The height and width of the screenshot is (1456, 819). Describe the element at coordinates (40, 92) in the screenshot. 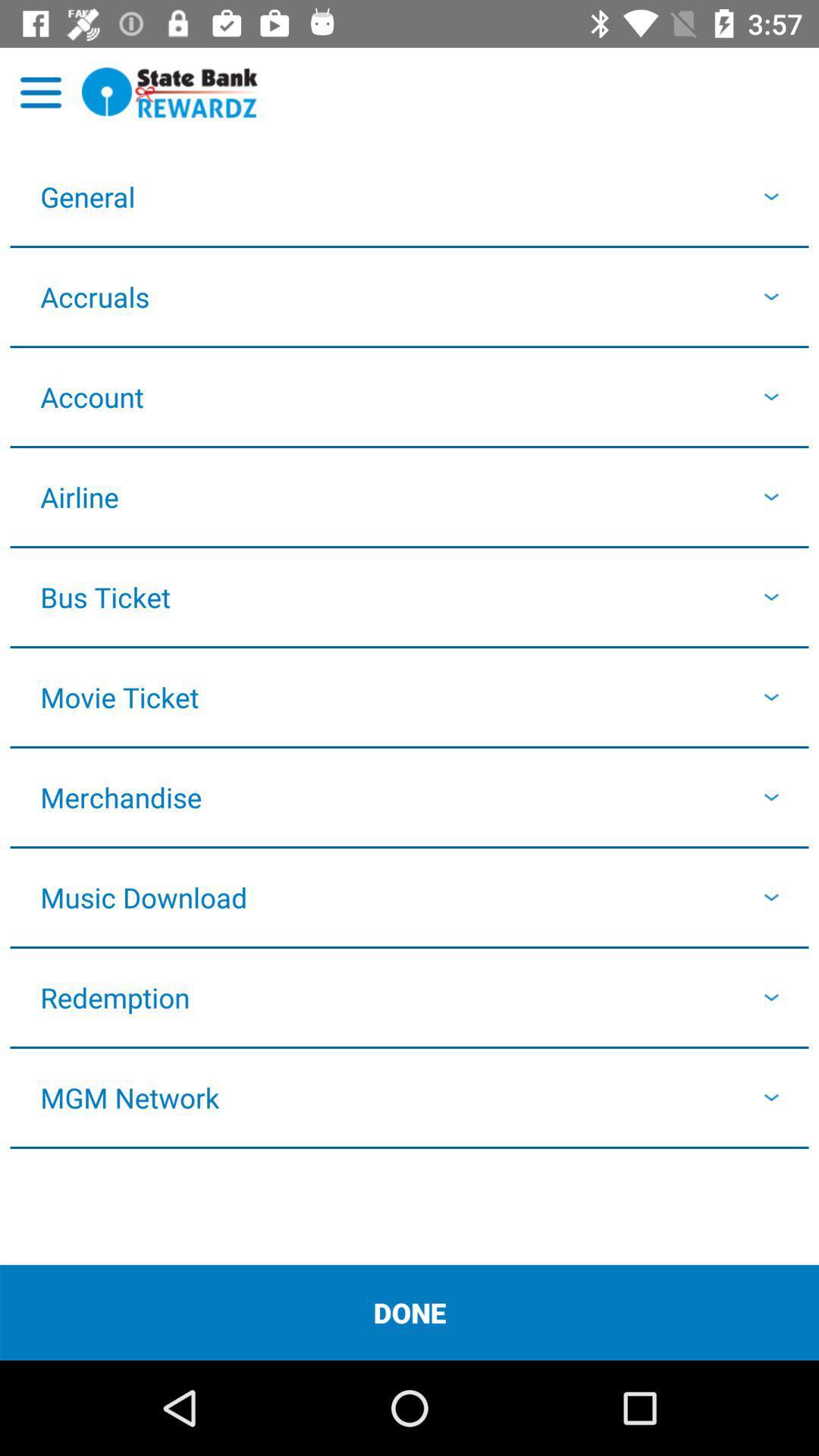

I see `other sections` at that location.